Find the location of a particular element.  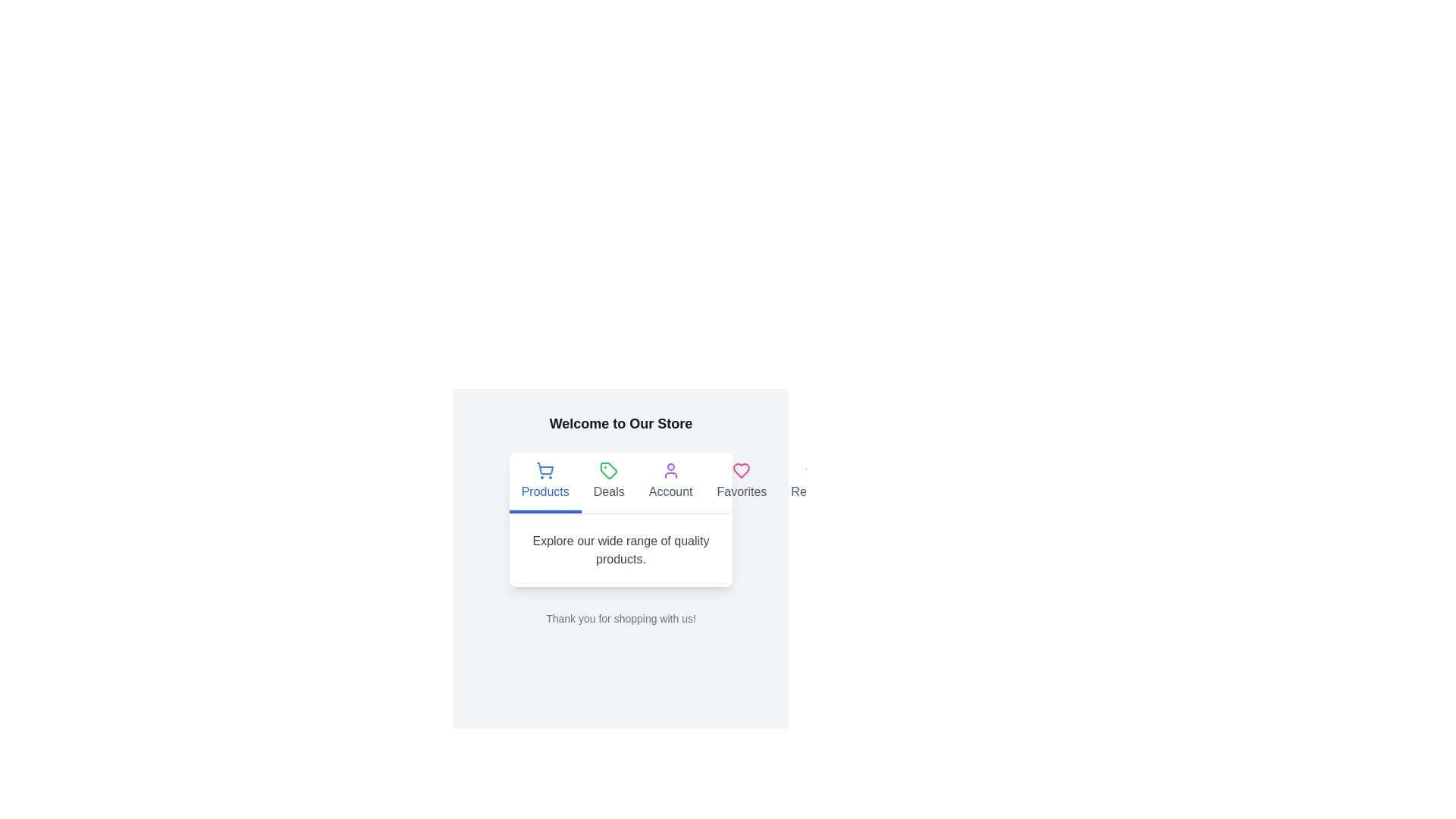

the 'Products' section text with associated icon, which is the first item in the navigation menu located near the top-left of the white content card section is located at coordinates (545, 482).